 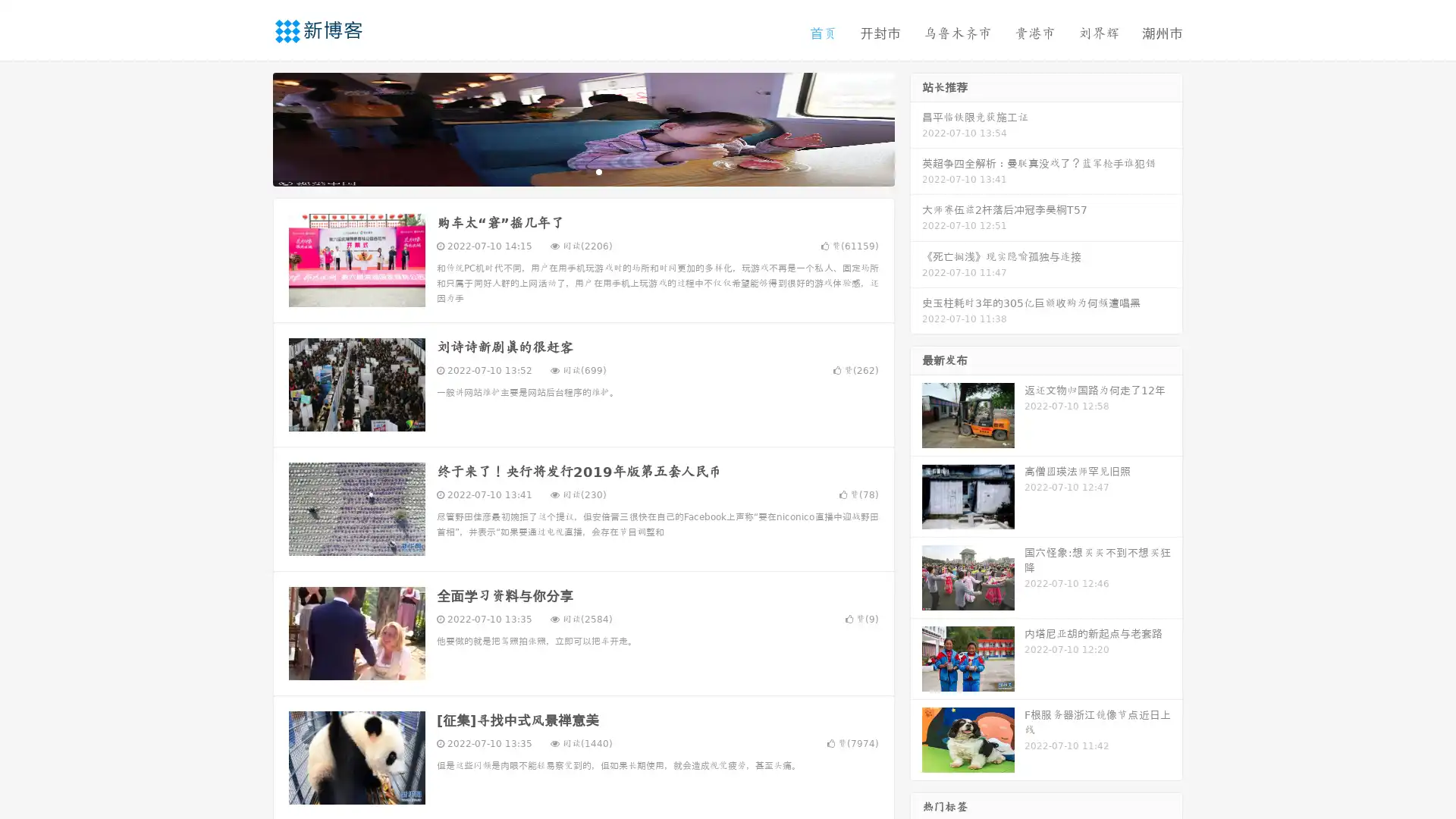 I want to click on Next slide, so click(x=916, y=127).